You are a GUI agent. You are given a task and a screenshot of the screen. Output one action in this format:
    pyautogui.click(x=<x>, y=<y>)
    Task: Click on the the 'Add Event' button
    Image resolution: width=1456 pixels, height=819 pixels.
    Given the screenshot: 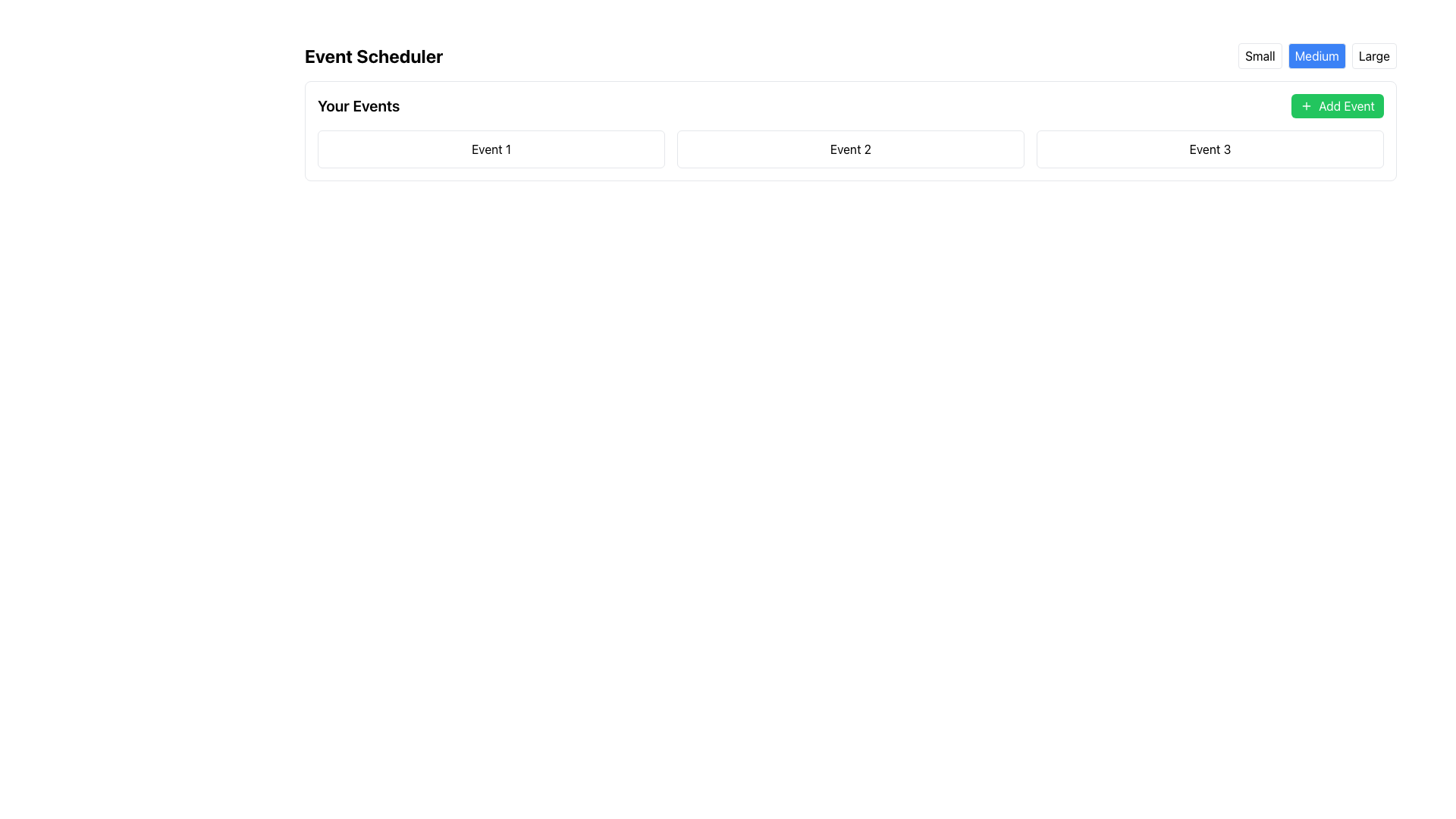 What is the action you would take?
    pyautogui.click(x=1338, y=105)
    